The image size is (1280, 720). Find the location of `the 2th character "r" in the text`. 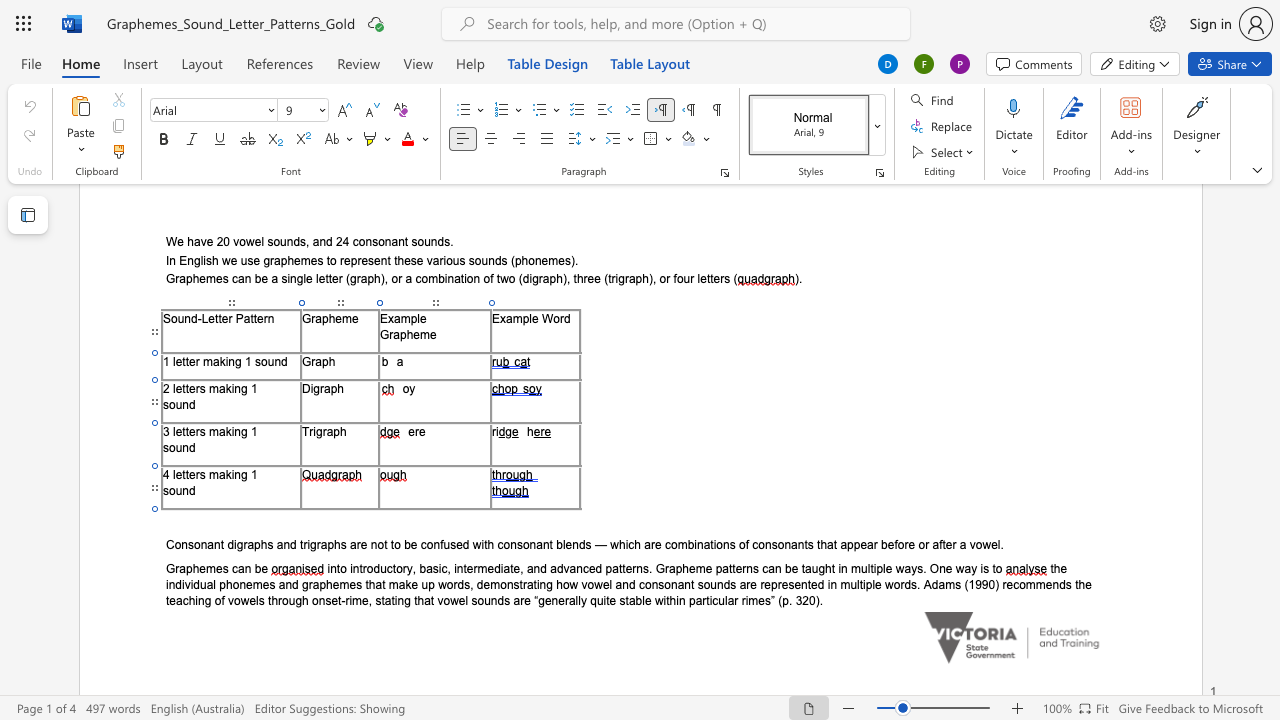

the 2th character "r" in the text is located at coordinates (304, 544).